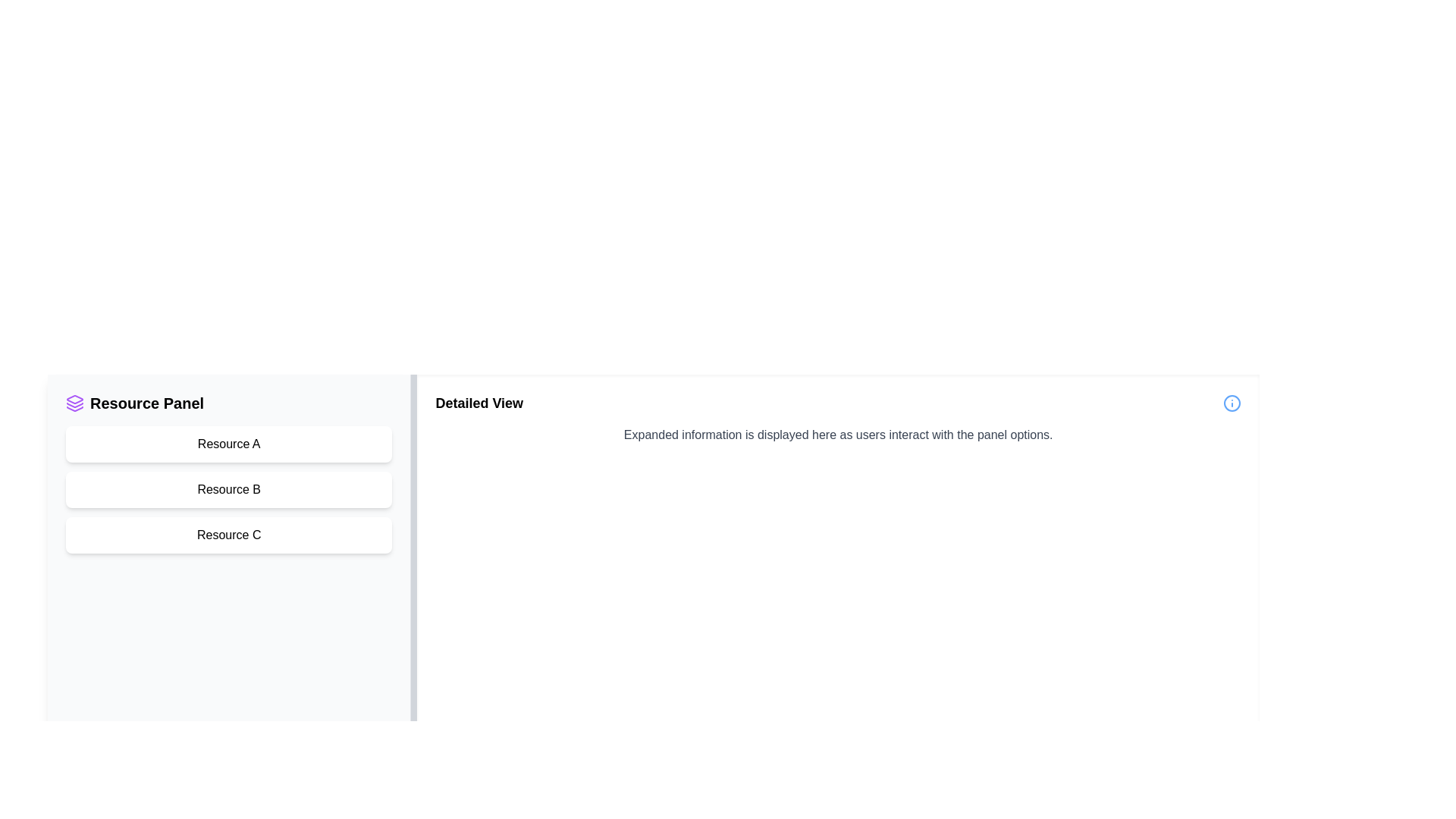  What do you see at coordinates (74, 404) in the screenshot?
I see `the second layered shape of the Graphical Icon Component that signifies the 'Resource Panel' section` at bounding box center [74, 404].